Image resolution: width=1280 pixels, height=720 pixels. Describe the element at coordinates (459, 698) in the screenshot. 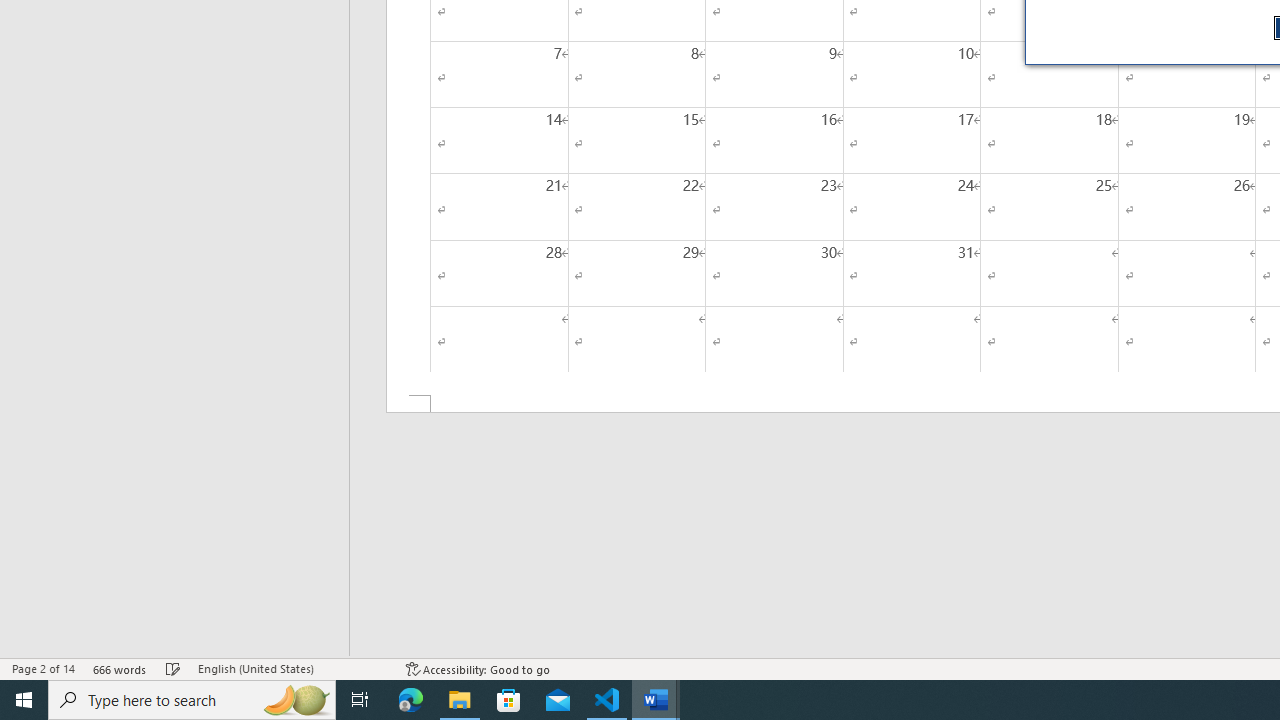

I see `'File Explorer - 1 running window'` at that location.